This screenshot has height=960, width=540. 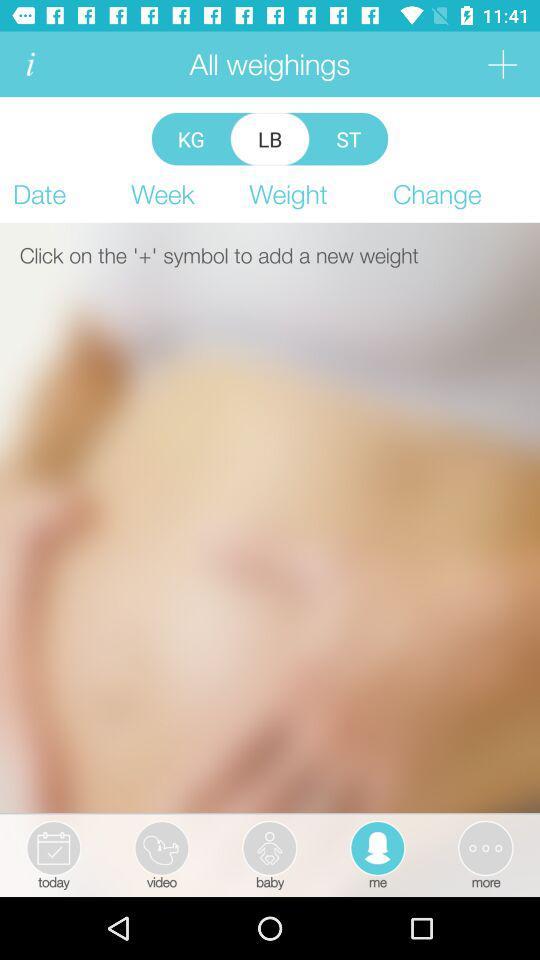 What do you see at coordinates (29, 64) in the screenshot?
I see `information` at bounding box center [29, 64].